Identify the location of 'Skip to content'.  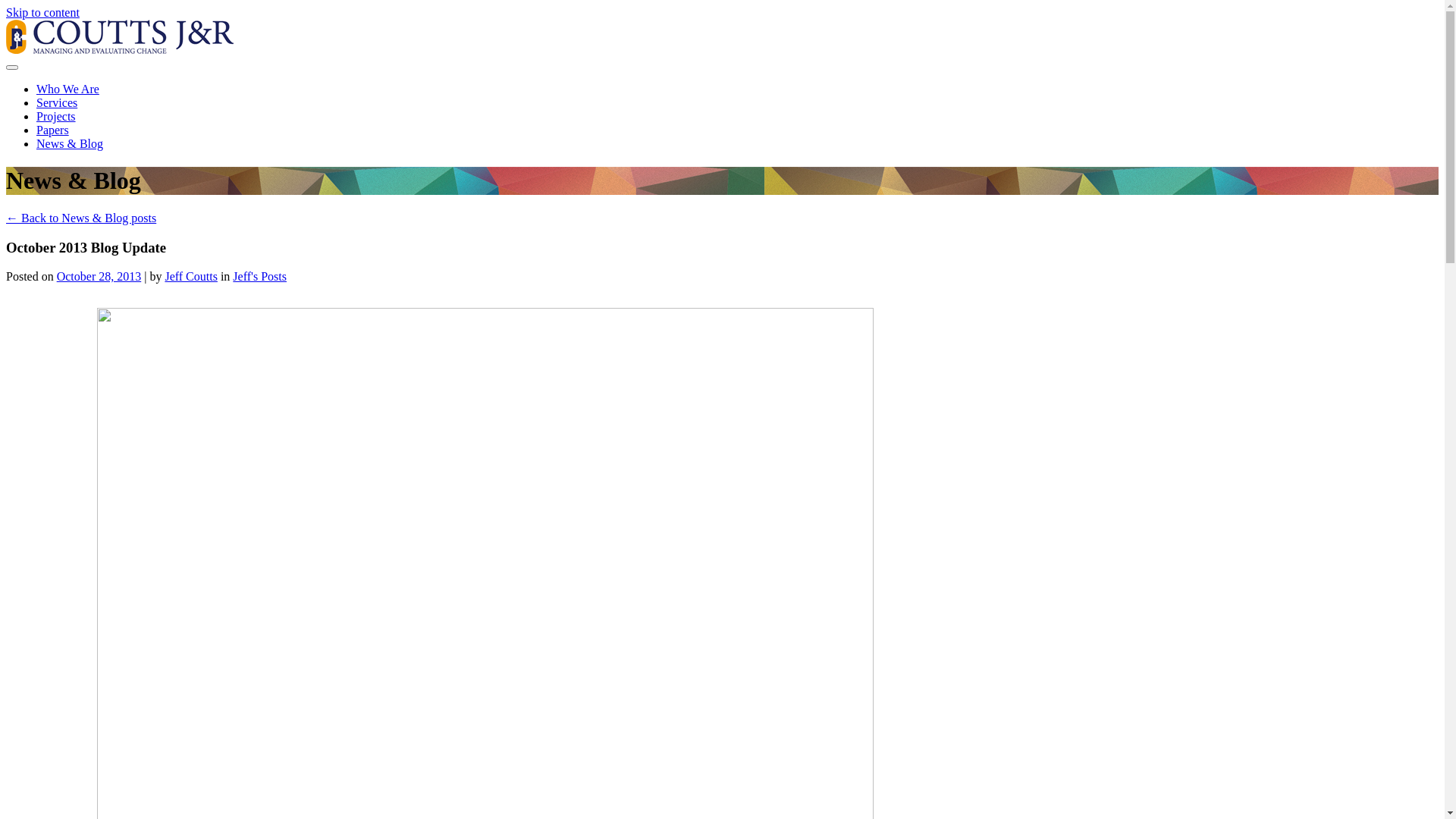
(42, 12).